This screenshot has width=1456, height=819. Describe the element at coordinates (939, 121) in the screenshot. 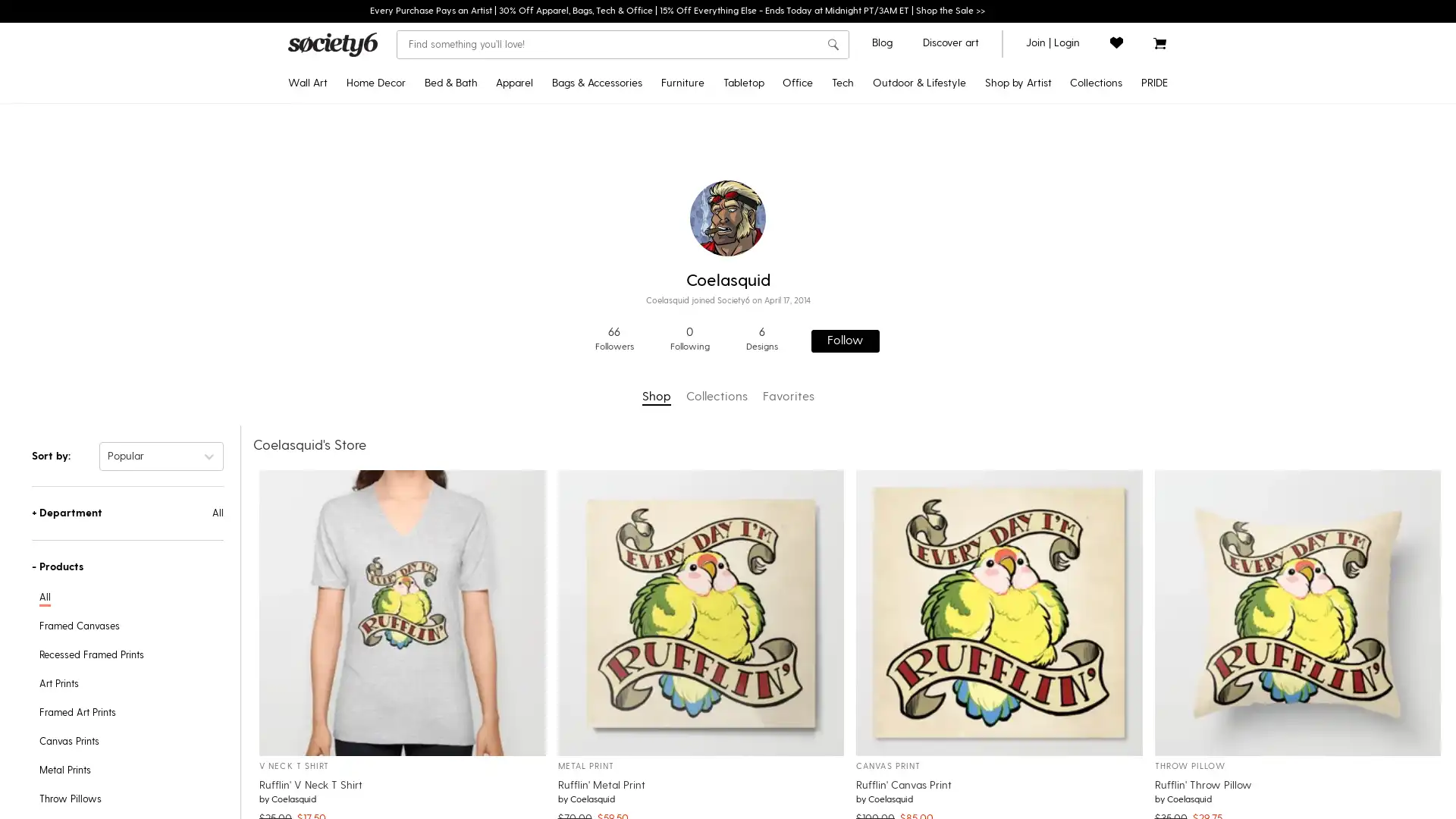

I see `Outdoor RugsNEW` at that location.